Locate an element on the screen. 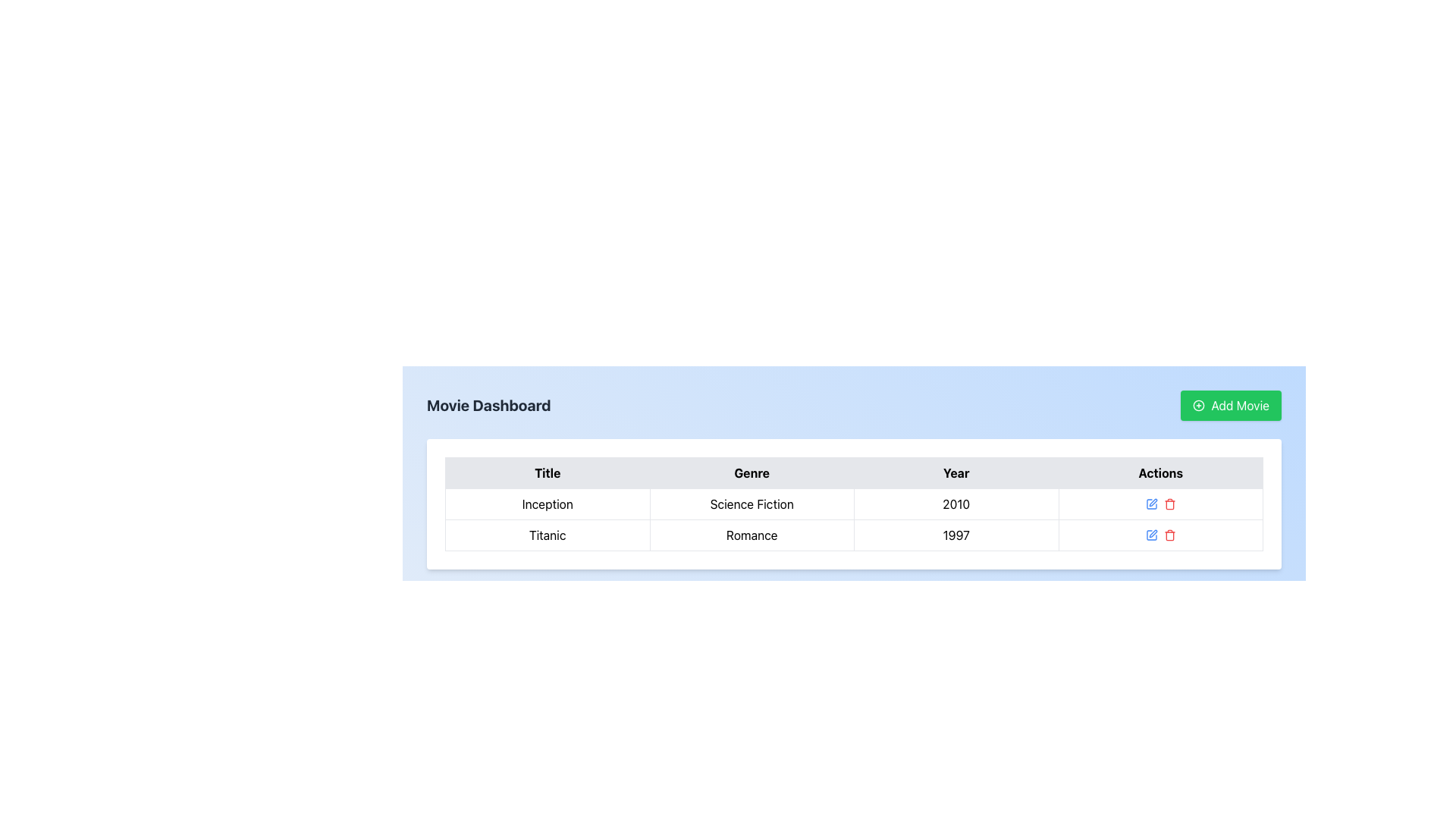  the interactive trash can icon for accessibility navigation is located at coordinates (1169, 504).